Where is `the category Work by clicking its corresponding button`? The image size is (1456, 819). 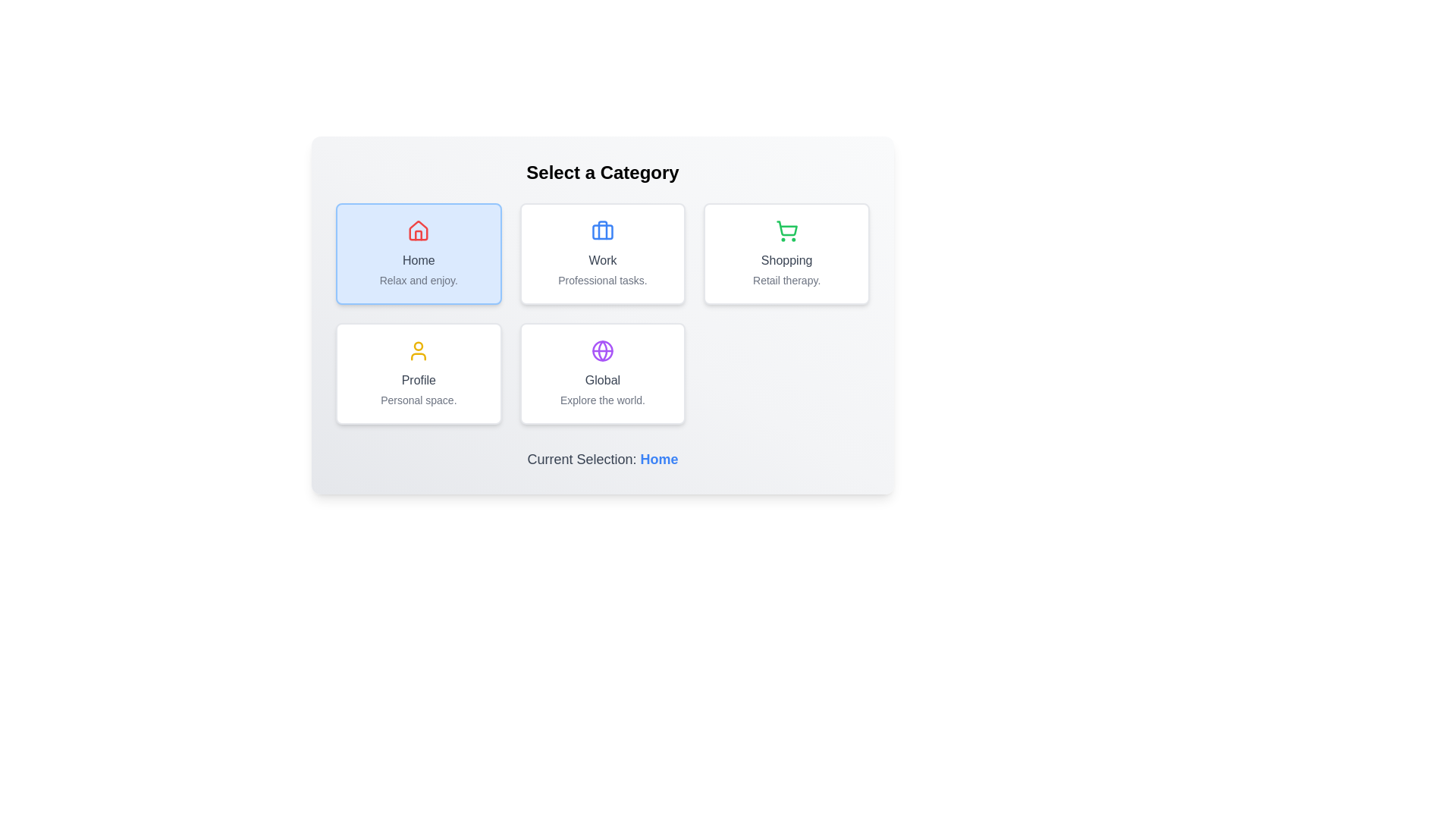
the category Work by clicking its corresponding button is located at coordinates (602, 253).